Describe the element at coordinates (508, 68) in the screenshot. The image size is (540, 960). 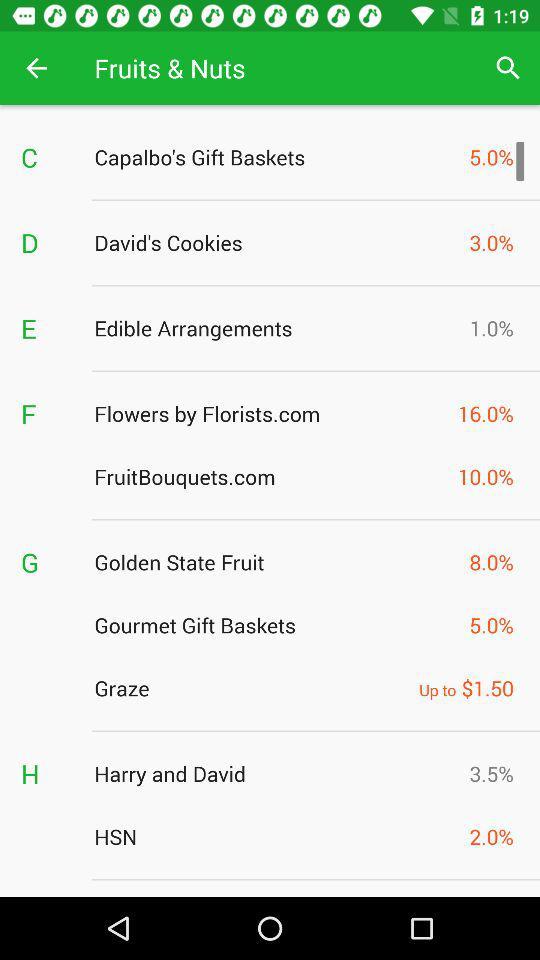
I see `app to the right of the fruits & nuts icon` at that location.